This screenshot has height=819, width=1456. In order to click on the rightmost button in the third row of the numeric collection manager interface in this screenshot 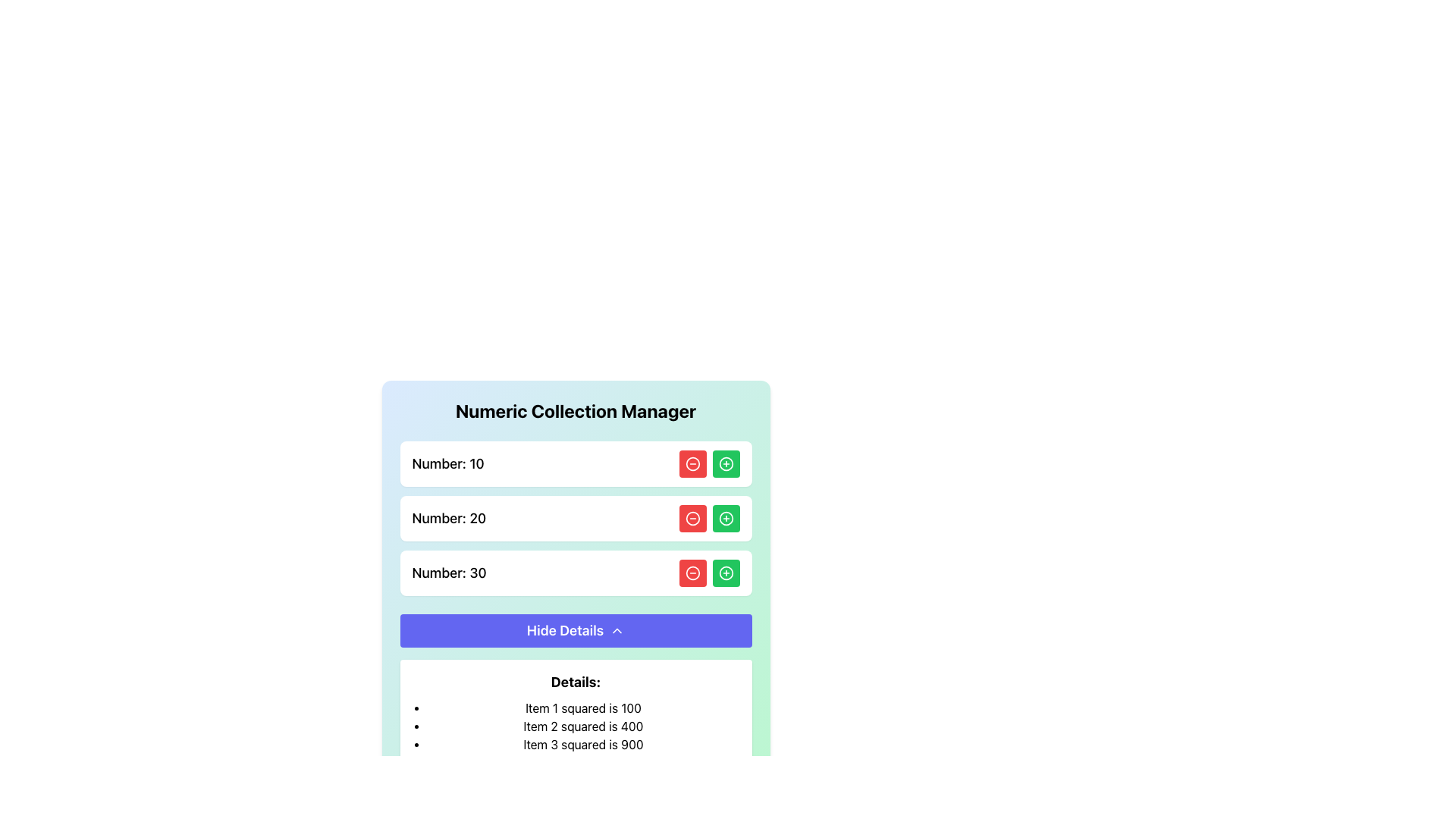, I will do `click(725, 573)`.